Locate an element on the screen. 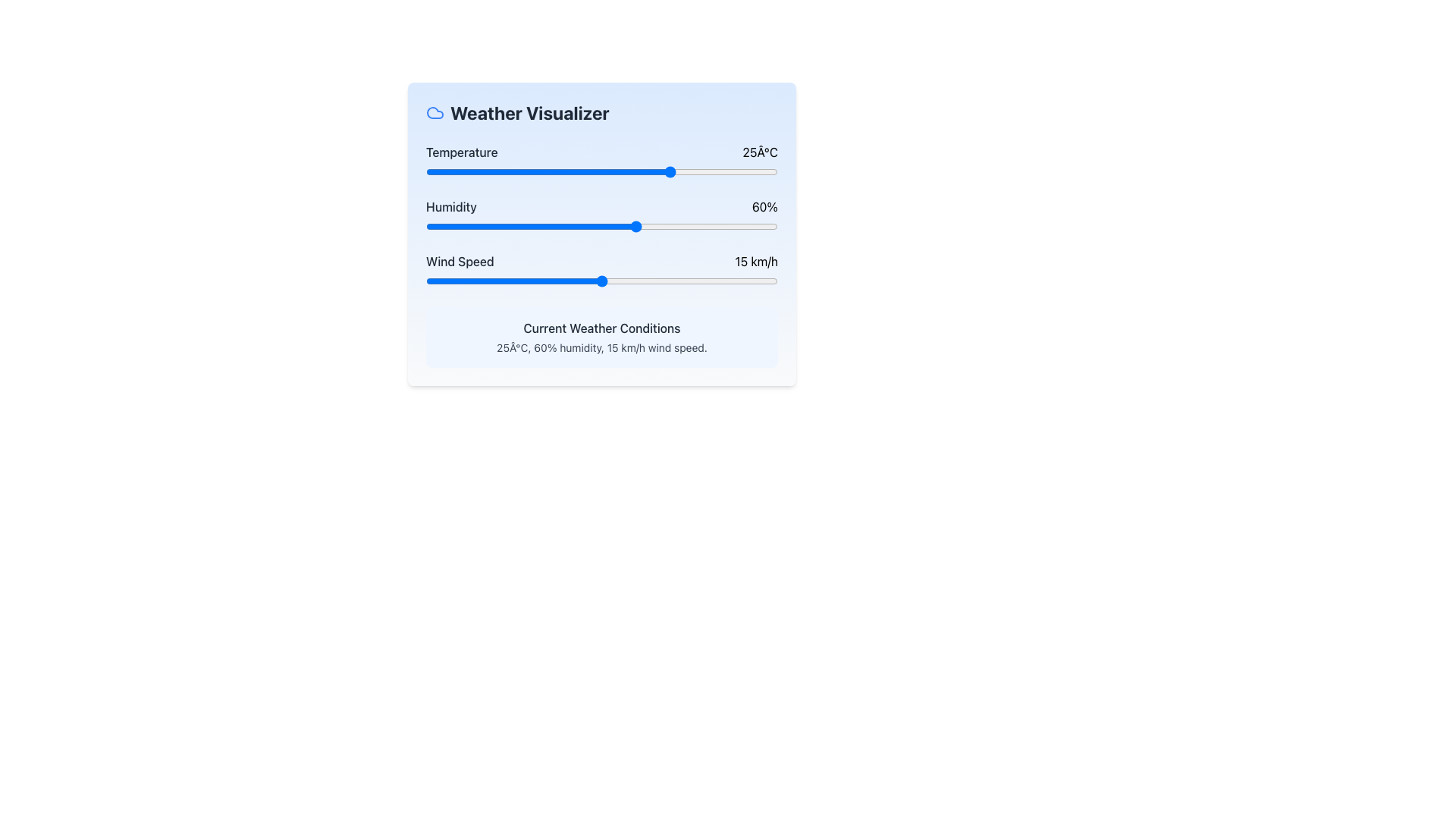  the humidity level is located at coordinates (507, 227).